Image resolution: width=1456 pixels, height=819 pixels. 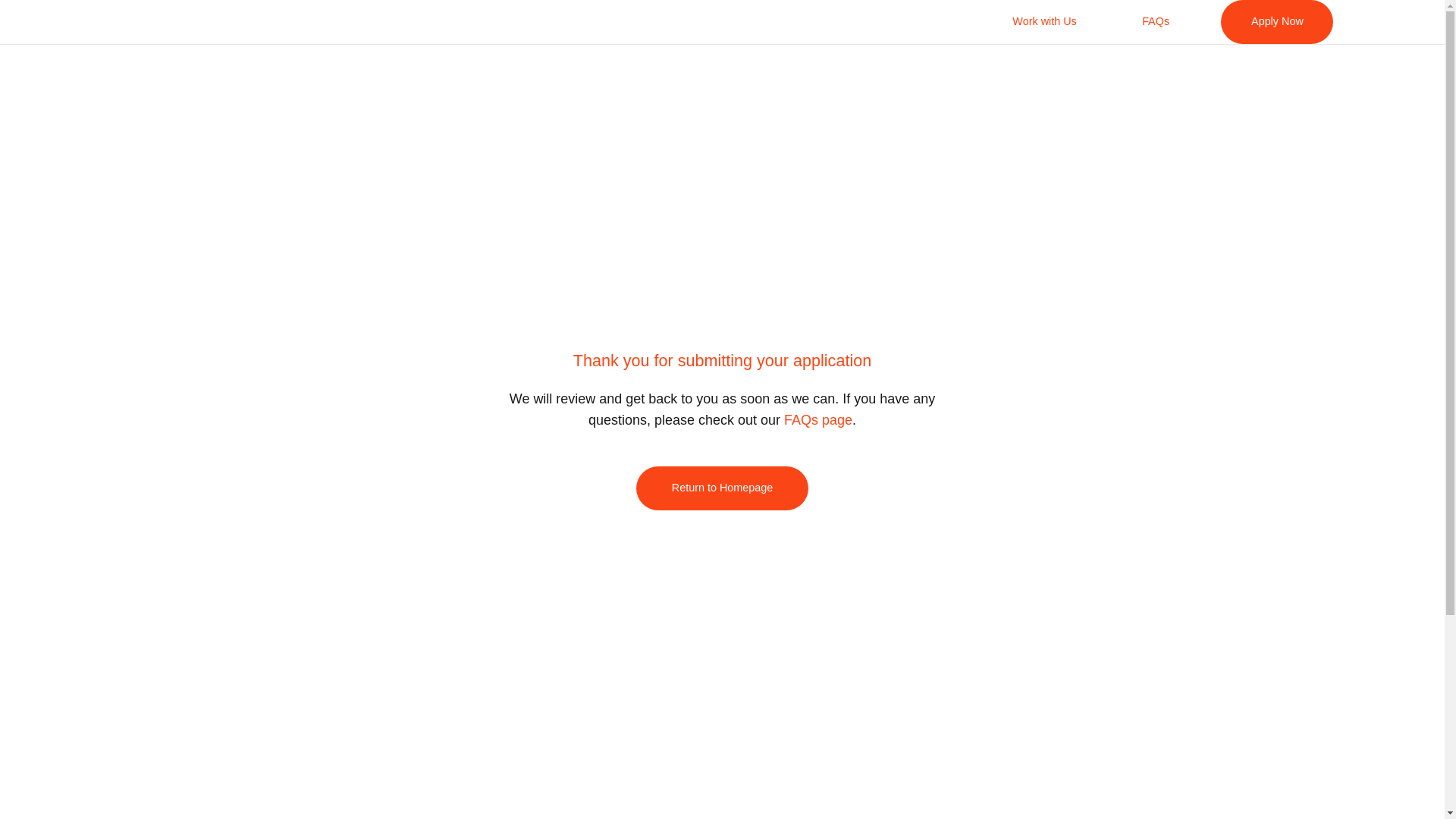 I want to click on 'FAQs page', so click(x=817, y=420).